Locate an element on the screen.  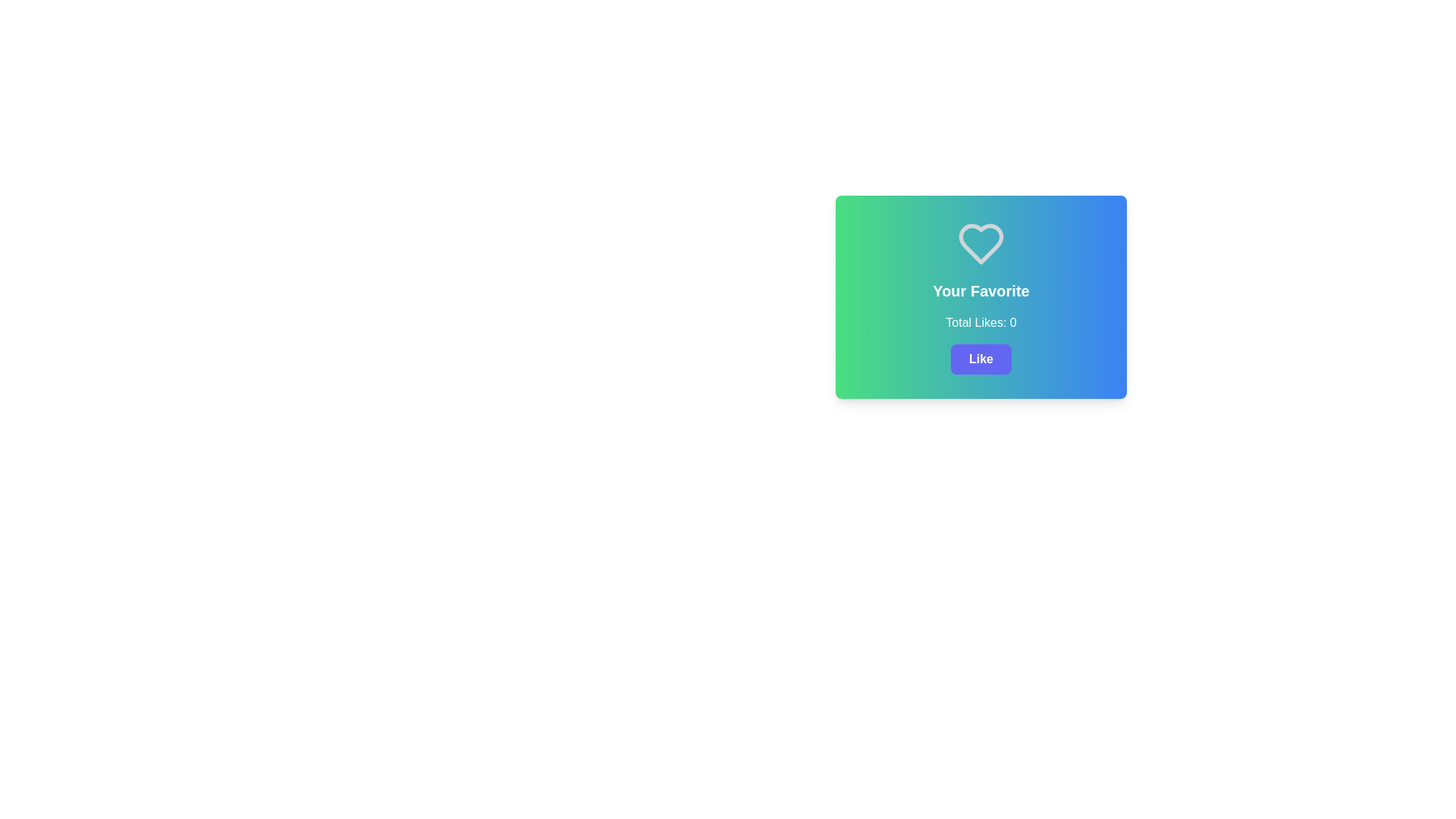
the heart-shaped icon used for favoriting or liking content, which is centrally located above the 'Your Favorite' text and 'Like' button is located at coordinates (981, 243).